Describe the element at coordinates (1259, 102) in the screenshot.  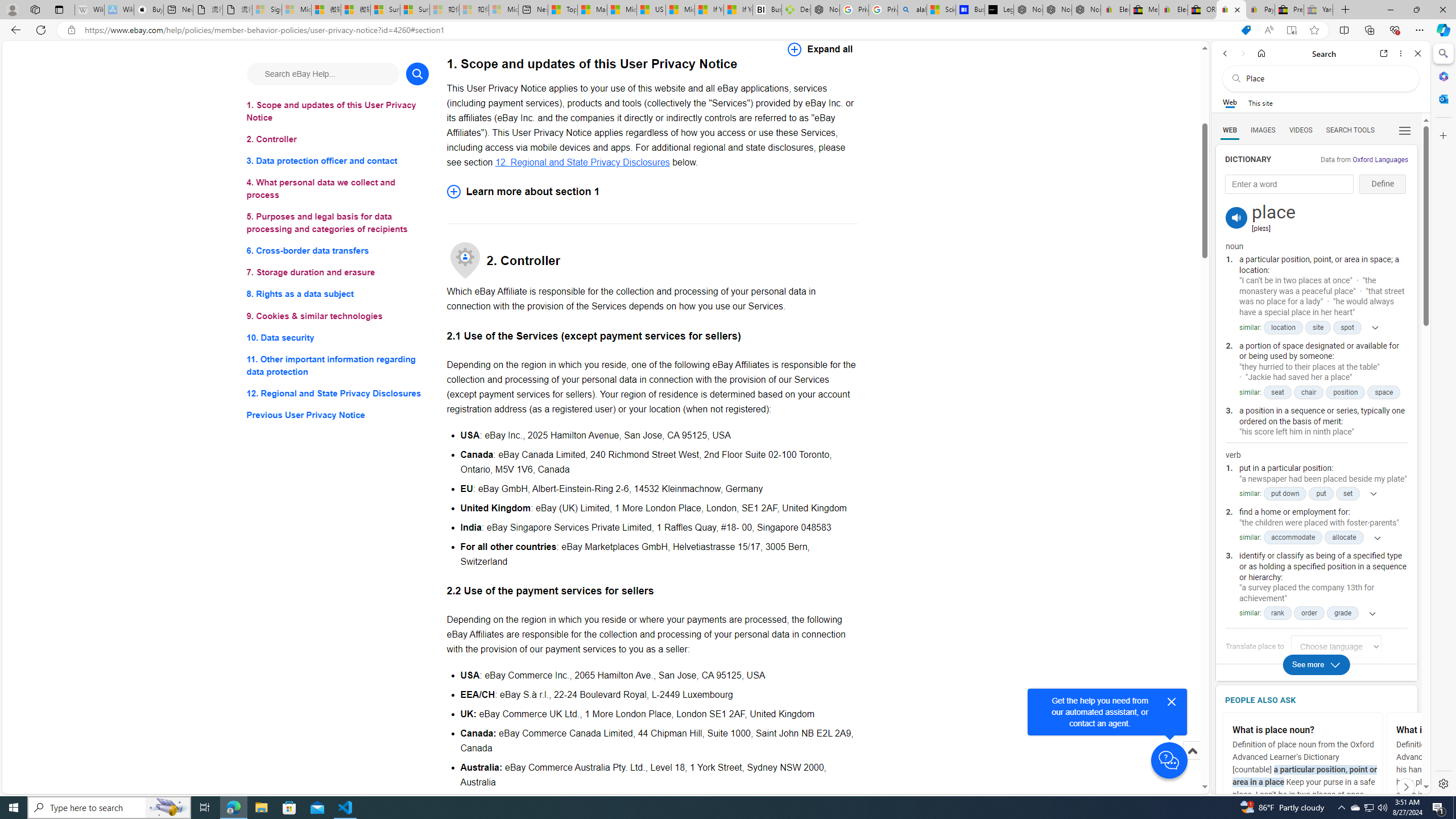
I see `'This site scope'` at that location.